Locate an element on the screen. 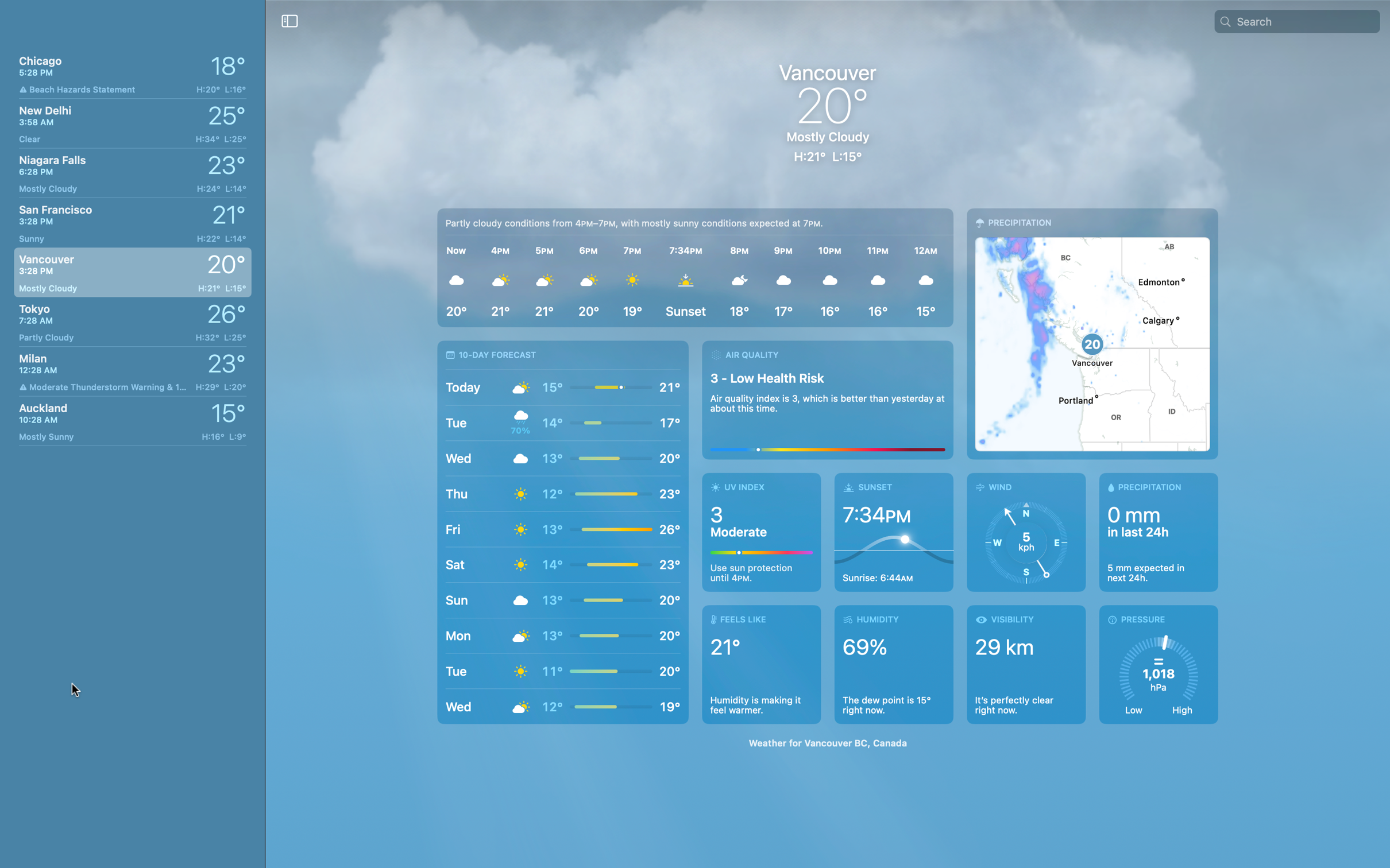  View the 10 day forecast Vancouver is located at coordinates (562, 532).